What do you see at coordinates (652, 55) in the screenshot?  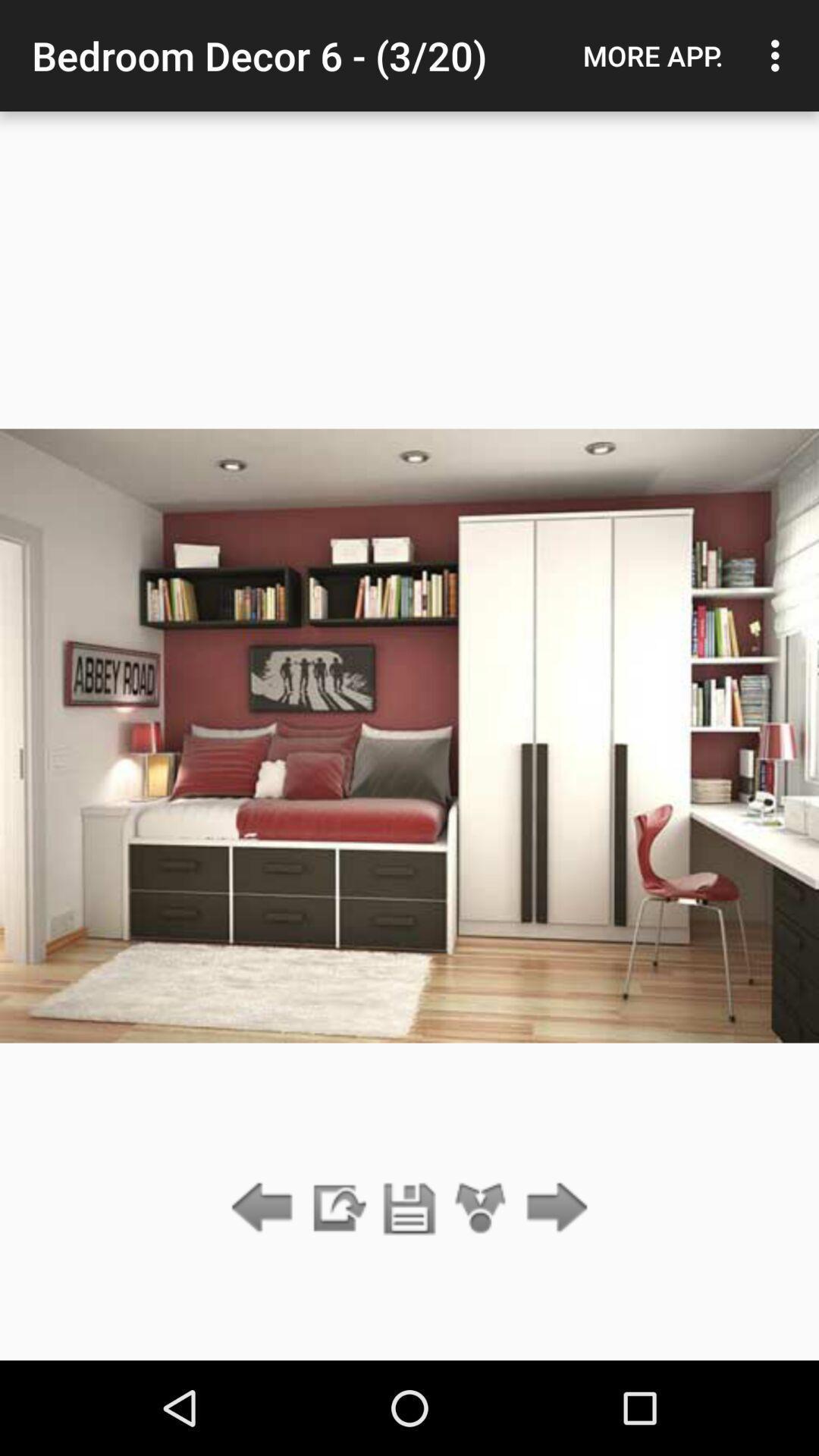 I see `the more app. item` at bounding box center [652, 55].